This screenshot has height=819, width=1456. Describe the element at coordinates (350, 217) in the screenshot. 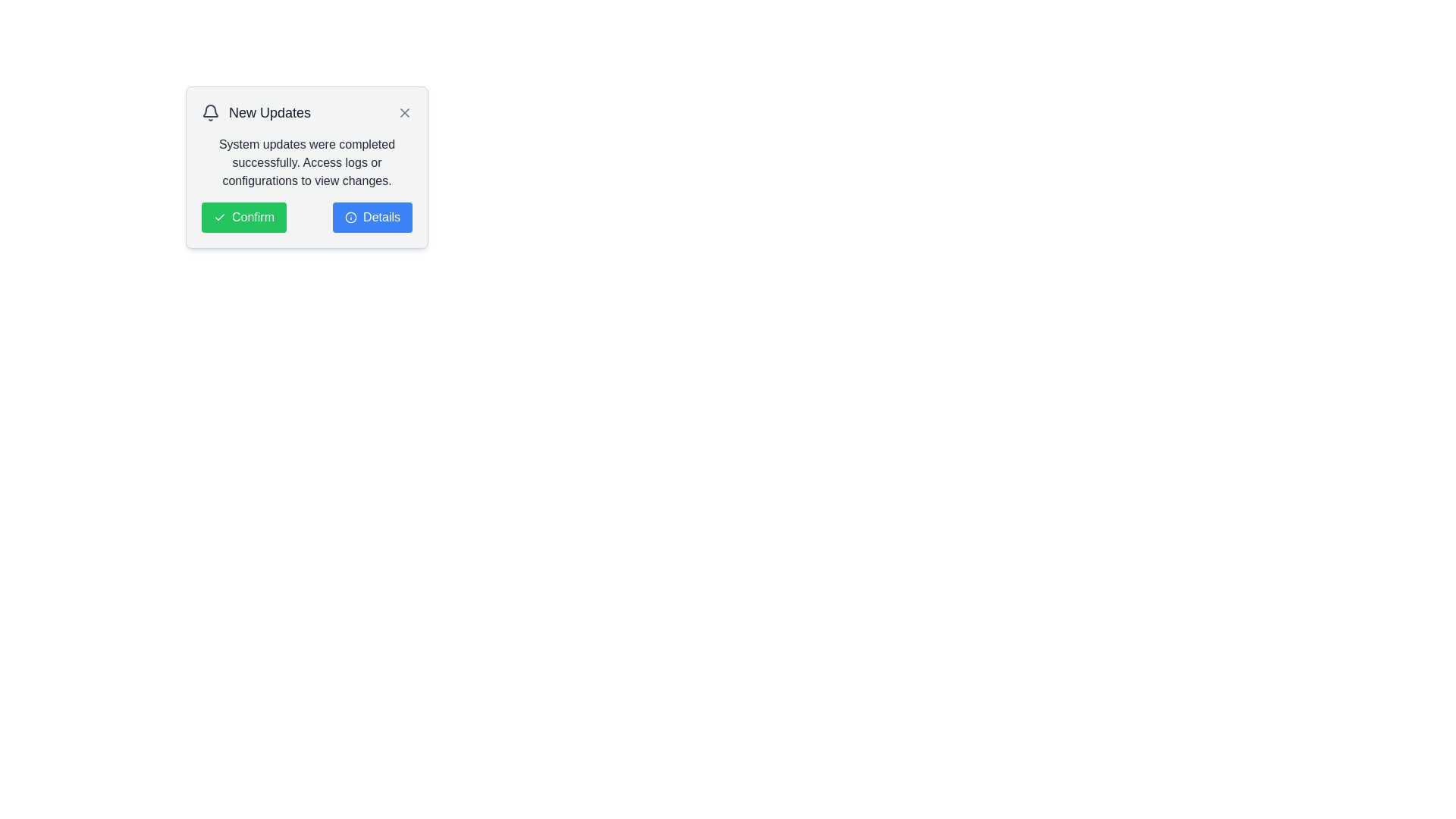

I see `the circular blue icon with an info symbol at the center of the 'Details' button` at that location.